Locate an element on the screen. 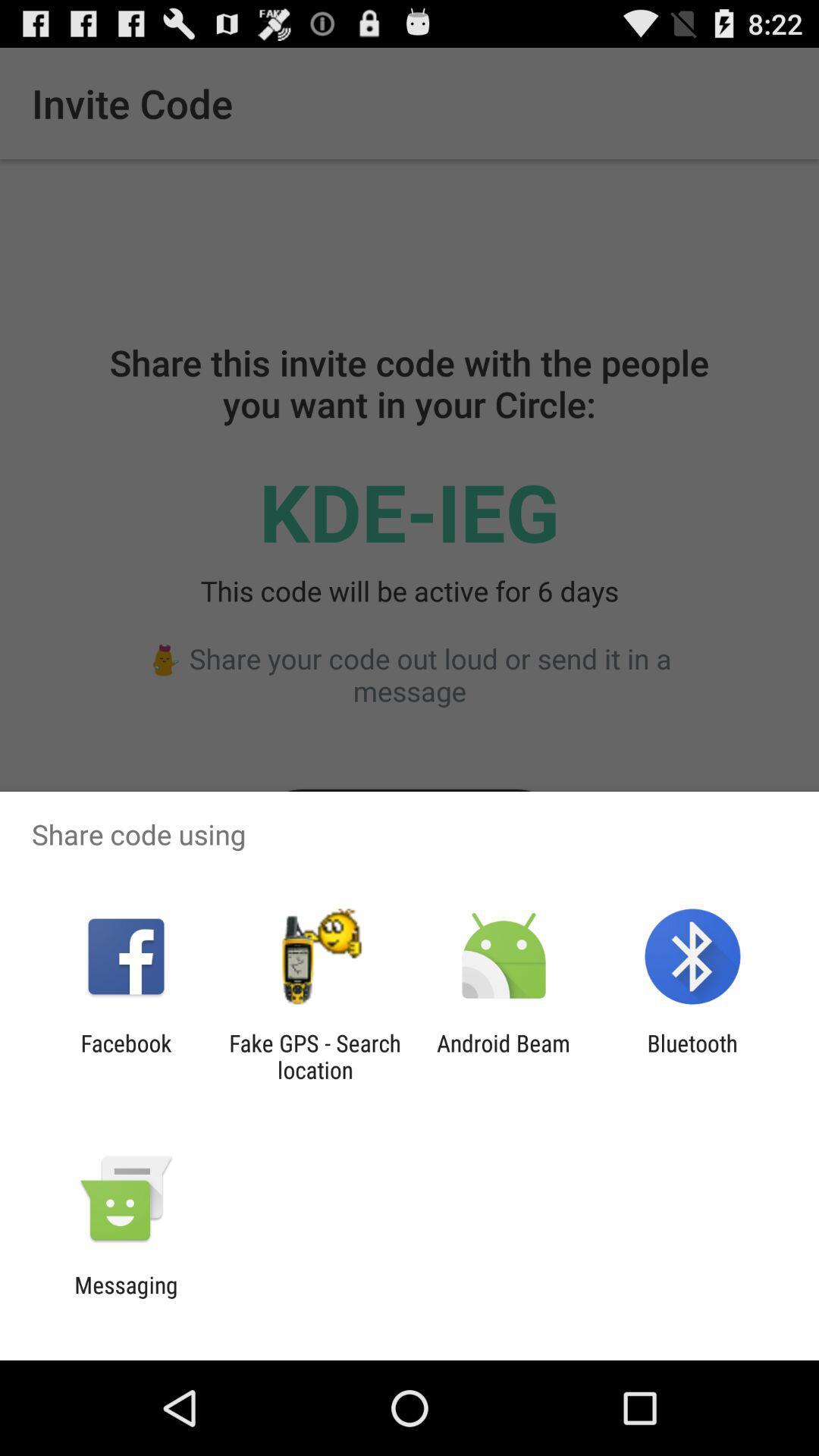 The width and height of the screenshot is (819, 1456). the android beam app is located at coordinates (504, 1056).